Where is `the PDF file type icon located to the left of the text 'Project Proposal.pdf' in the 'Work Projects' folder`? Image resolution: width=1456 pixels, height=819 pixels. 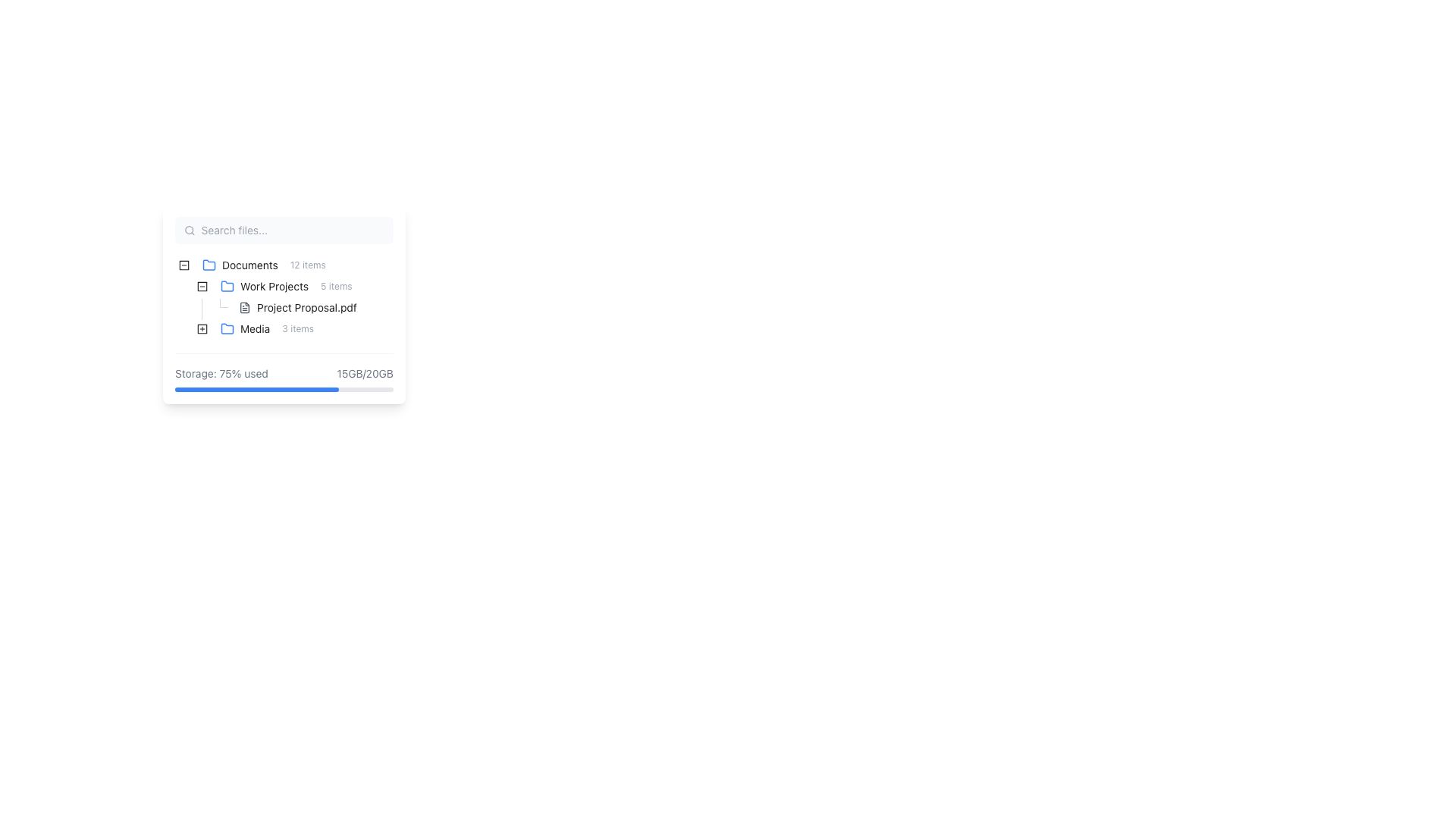 the PDF file type icon located to the left of the text 'Project Proposal.pdf' in the 'Work Projects' folder is located at coordinates (244, 307).